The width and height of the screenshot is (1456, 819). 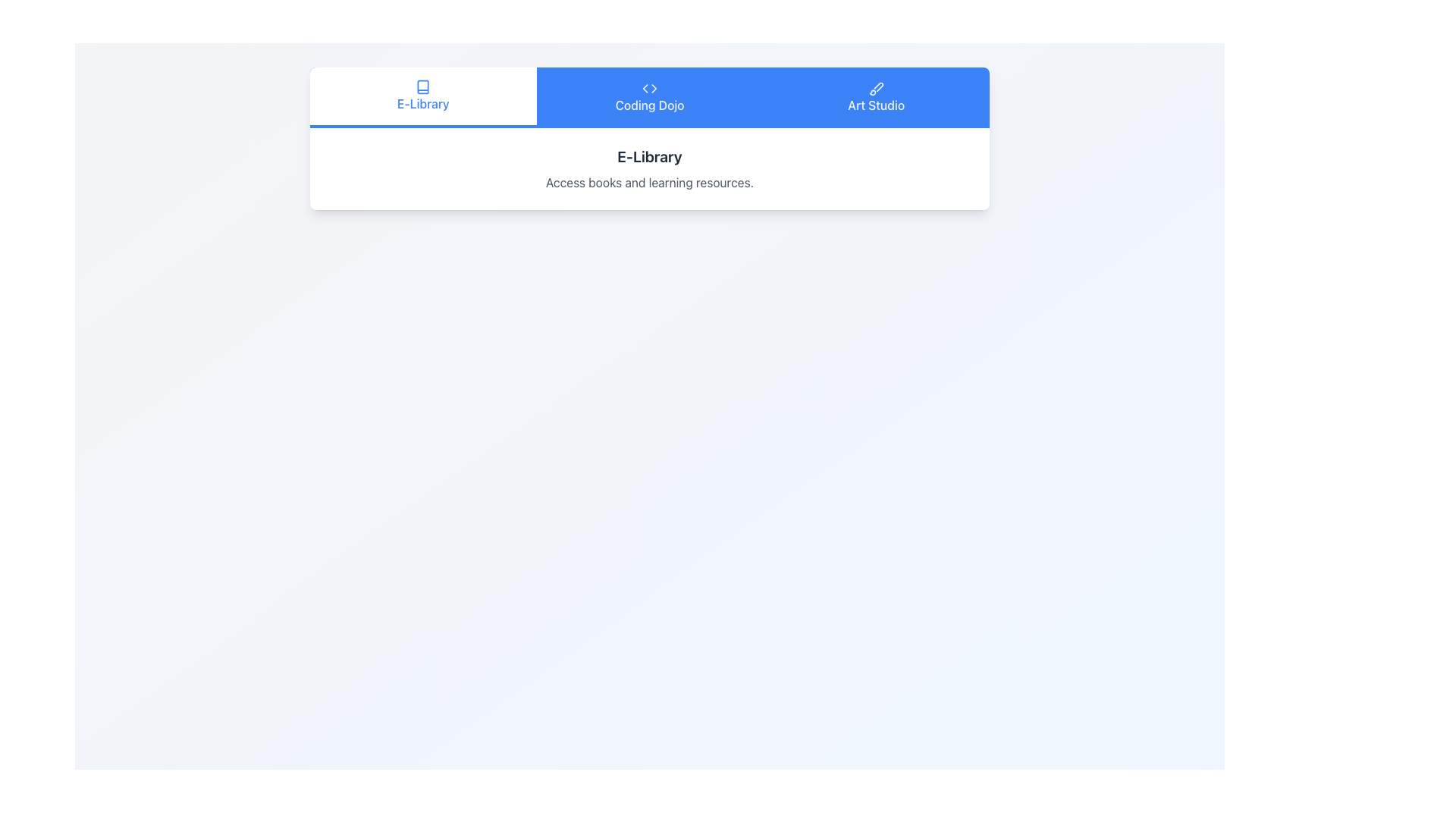 What do you see at coordinates (423, 87) in the screenshot?
I see `the small book icon located above the 'E-Library' text in the navigation bar` at bounding box center [423, 87].